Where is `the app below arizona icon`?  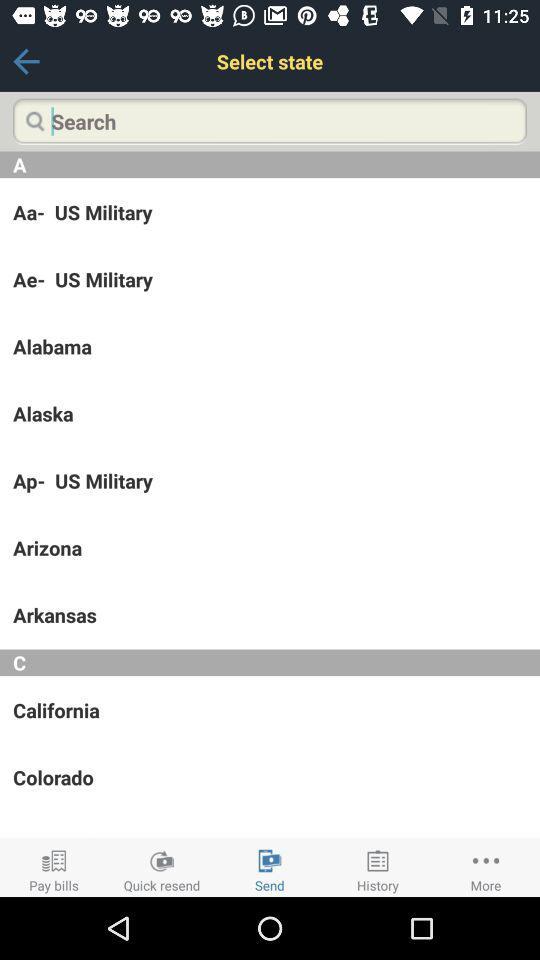
the app below arizona icon is located at coordinates (270, 614).